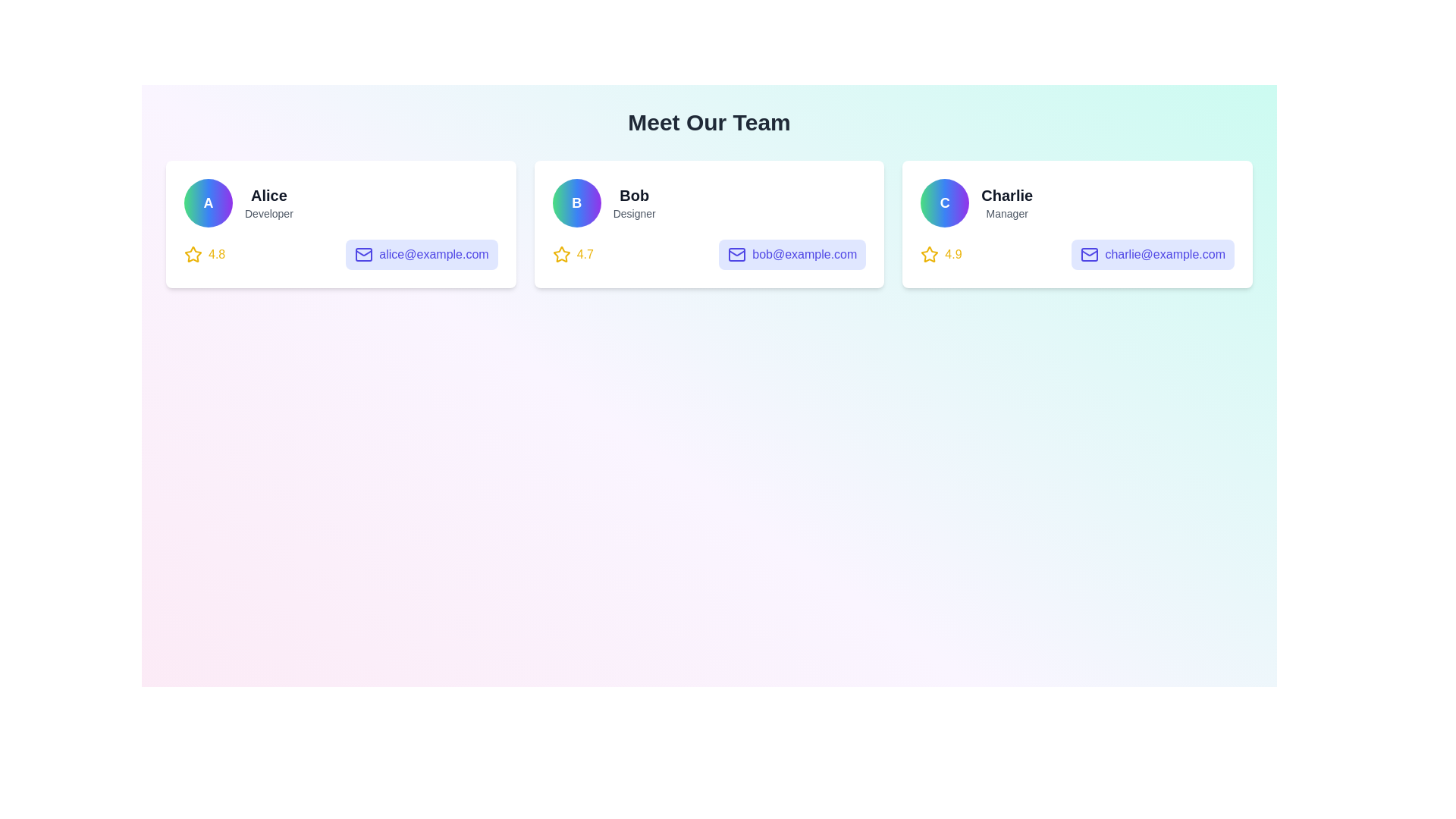  I want to click on the email address 'charlie@example.com' in the informational block displaying the rating '4.9' and contact details for Charlie, Manager, so click(1077, 253).